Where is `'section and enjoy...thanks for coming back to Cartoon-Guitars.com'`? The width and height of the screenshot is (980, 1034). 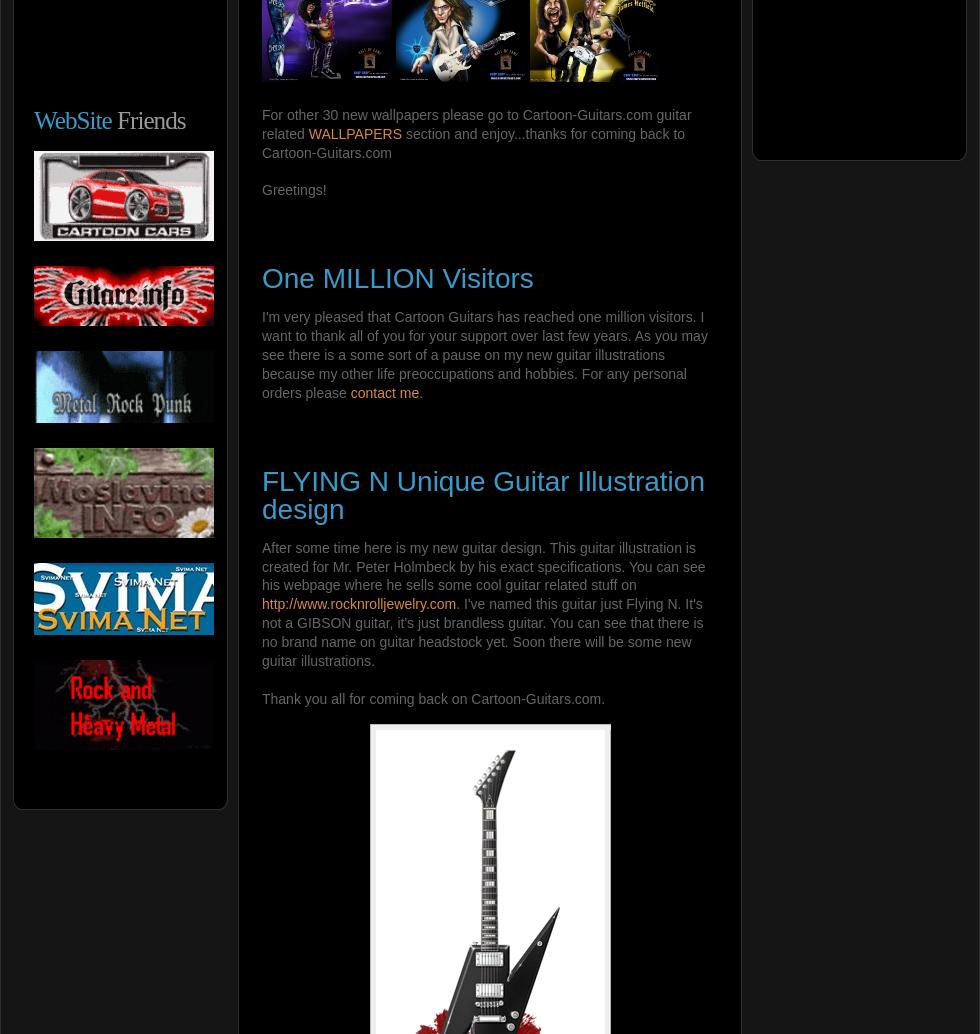 'section and enjoy...thanks for coming back to Cartoon-Guitars.com' is located at coordinates (261, 142).